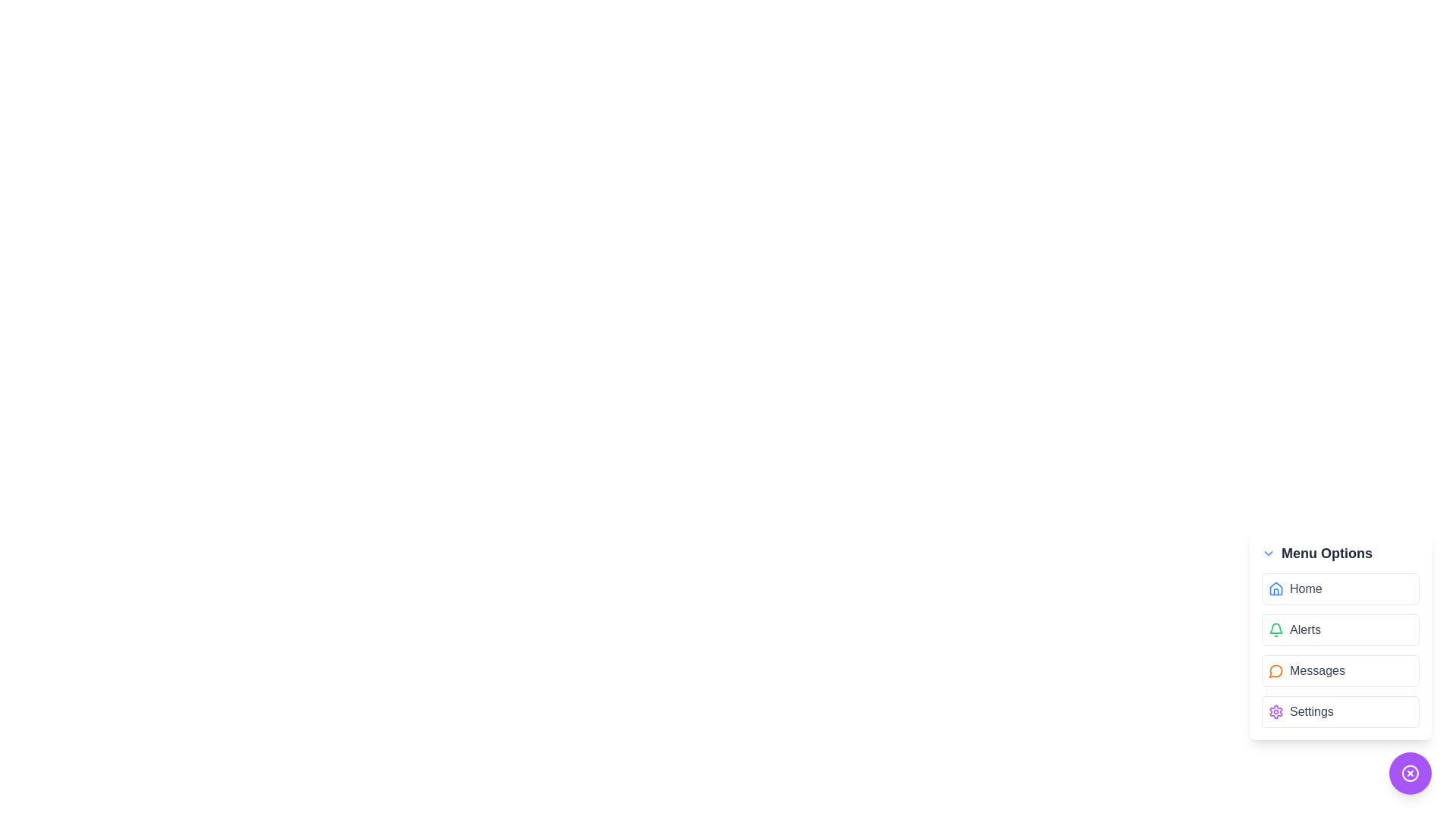 Image resolution: width=1456 pixels, height=819 pixels. Describe the element at coordinates (1326, 553) in the screenshot. I see `the 'Menu Options' text label which is prominently displayed in bold typography at the top-right area of the dropdown component, indicating navigation options` at that location.